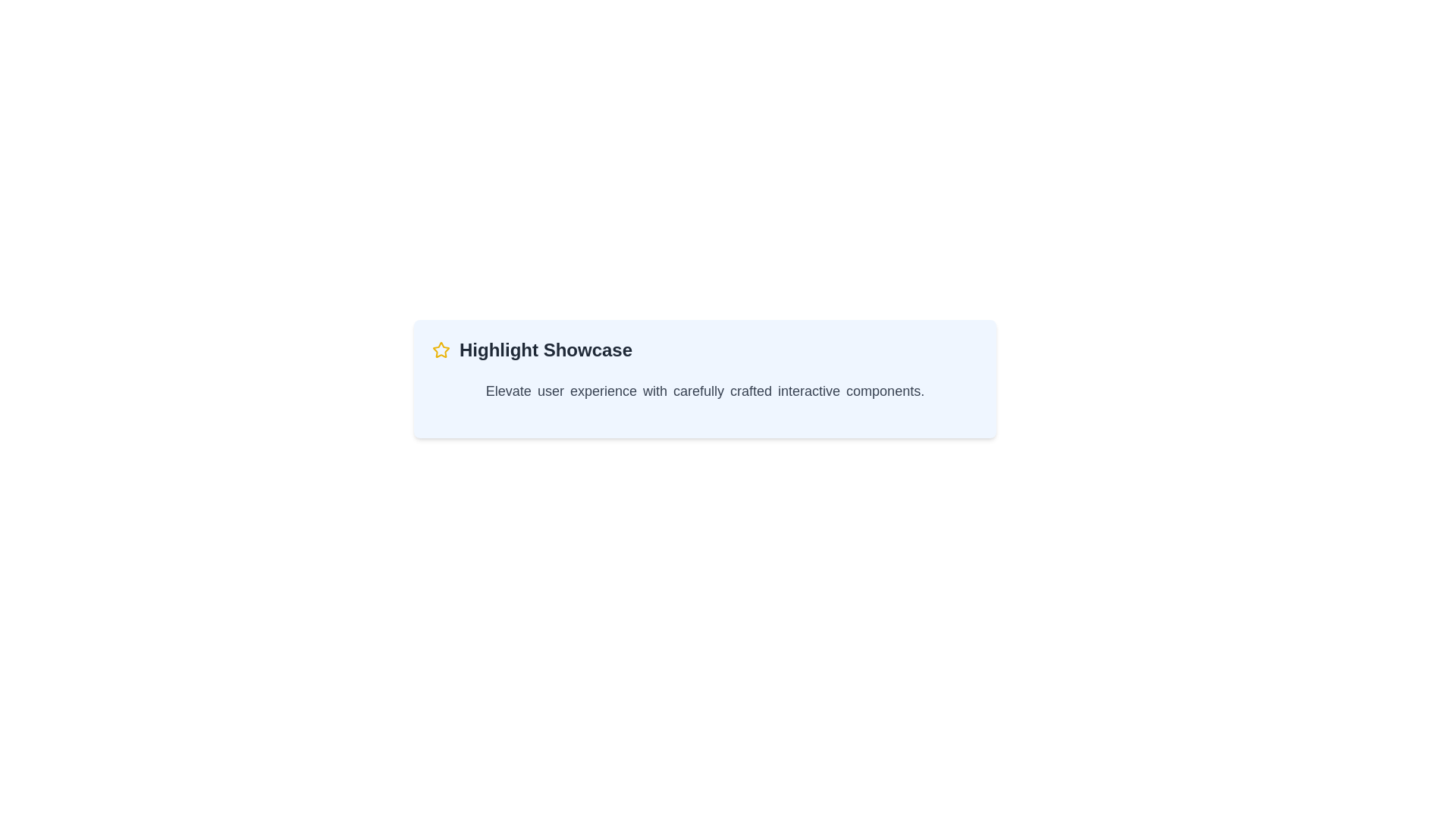 This screenshot has height=819, width=1456. Describe the element at coordinates (698, 391) in the screenshot. I see `the fifth word 'carefully' in the static text line 'Elevate user experience with carefully crafted interactive components.' that is presented below the title 'Highlight Showcase'` at that location.